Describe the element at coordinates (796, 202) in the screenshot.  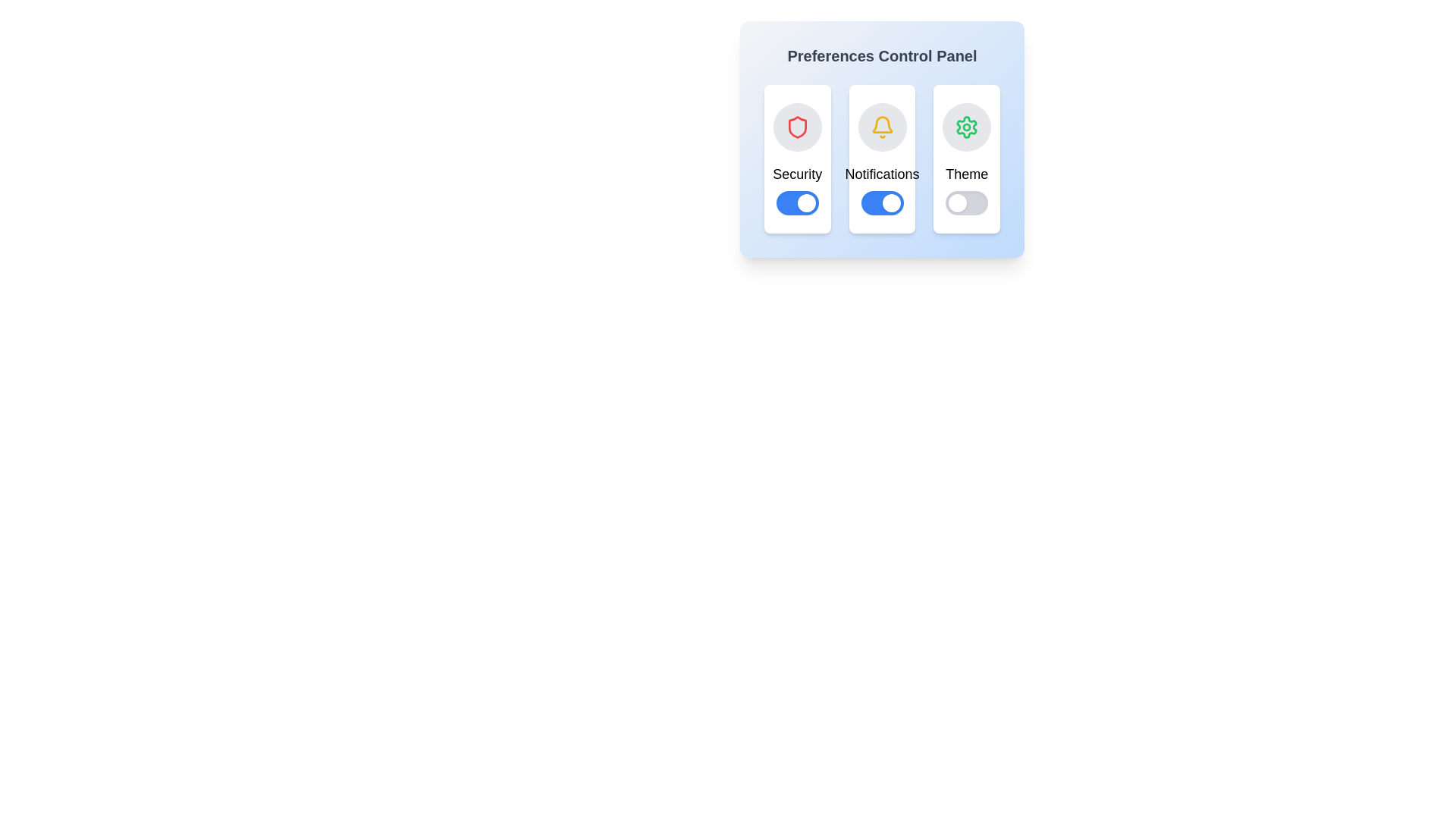
I see `the Security toggle button to change its state` at that location.